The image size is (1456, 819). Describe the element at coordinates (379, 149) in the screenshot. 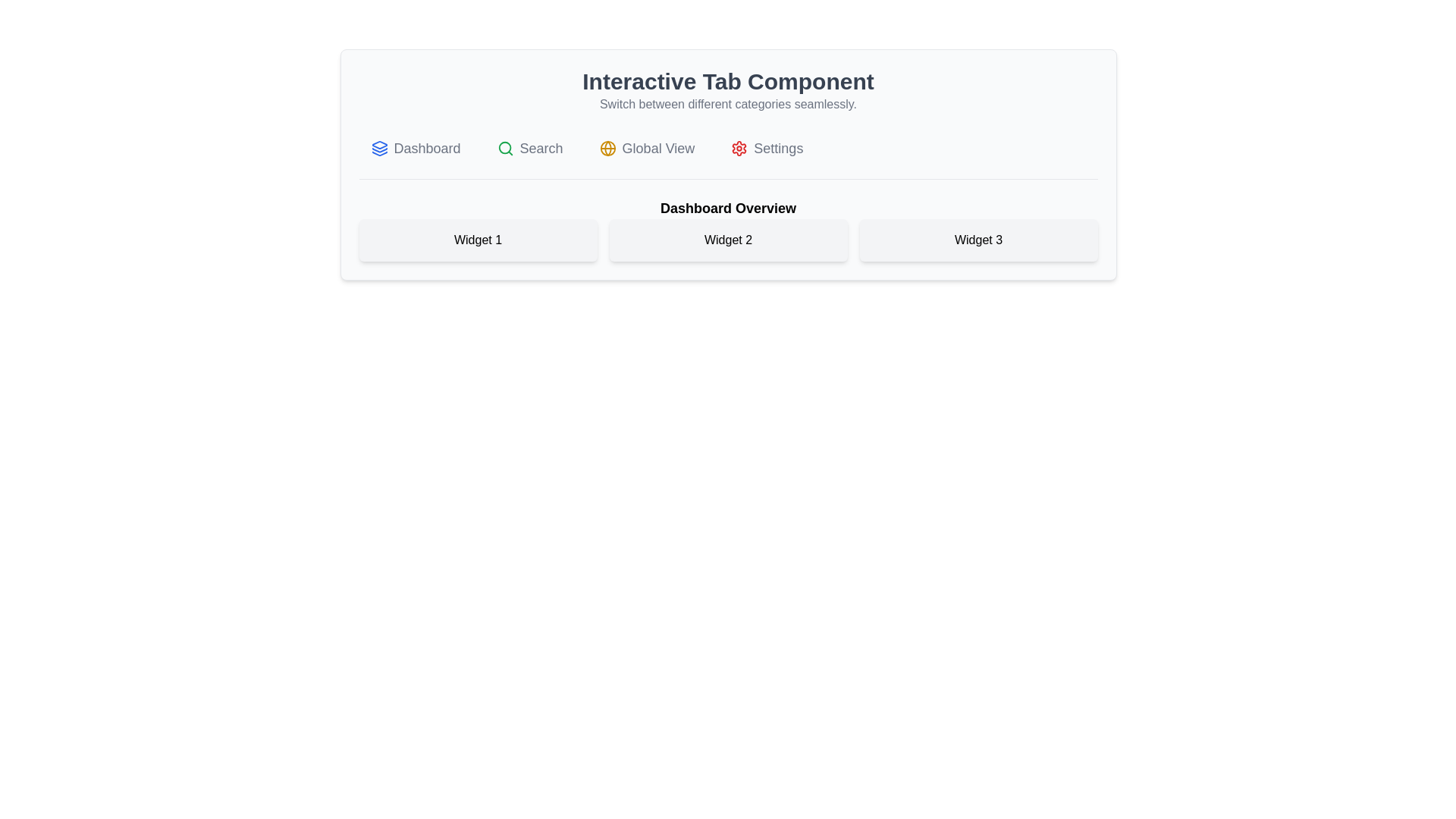

I see `the blue icon composed of three stacked shapes in the 'Dashboard' tab of the navigation bar` at that location.